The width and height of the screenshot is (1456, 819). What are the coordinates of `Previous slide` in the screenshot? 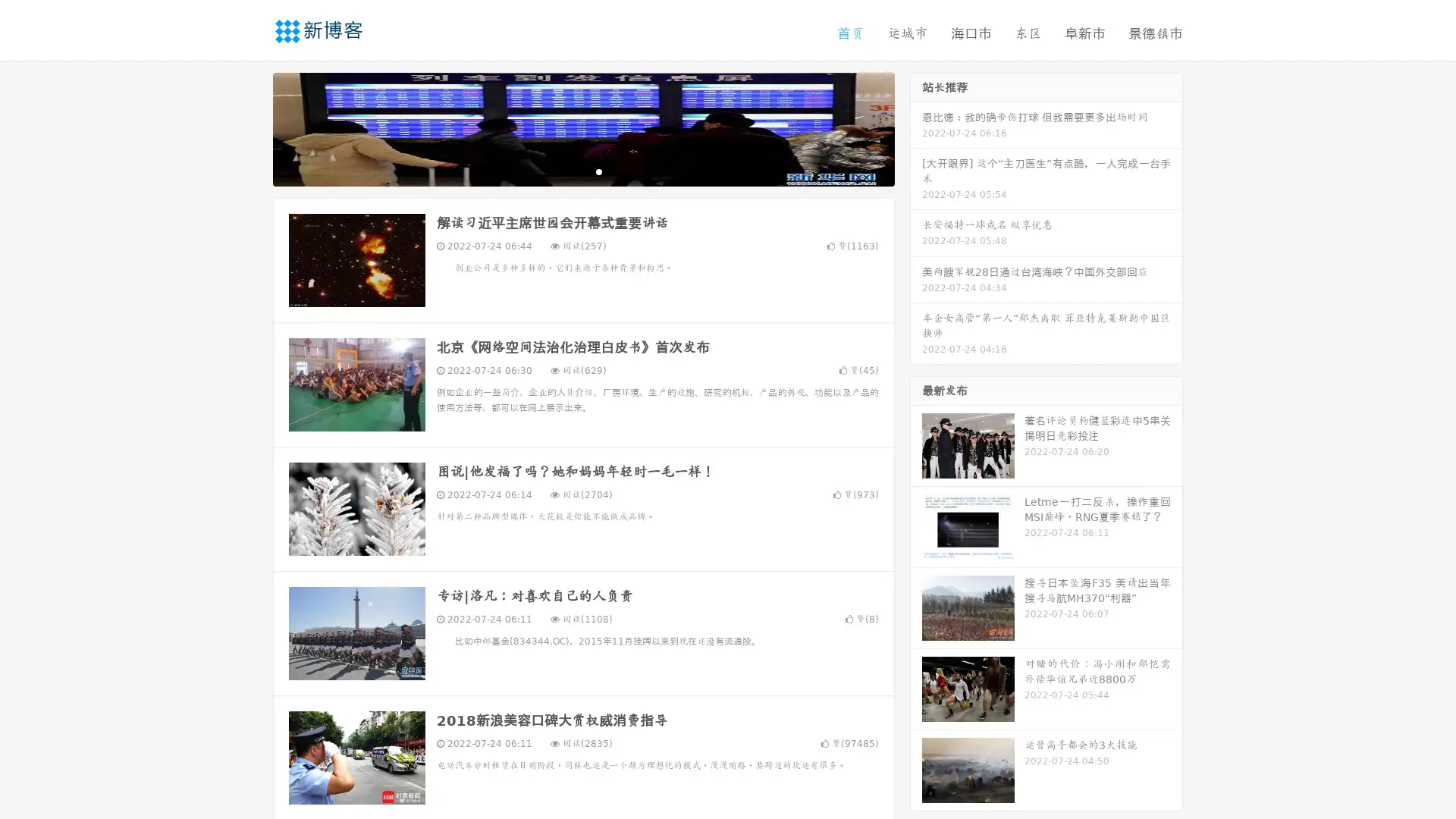 It's located at (250, 127).